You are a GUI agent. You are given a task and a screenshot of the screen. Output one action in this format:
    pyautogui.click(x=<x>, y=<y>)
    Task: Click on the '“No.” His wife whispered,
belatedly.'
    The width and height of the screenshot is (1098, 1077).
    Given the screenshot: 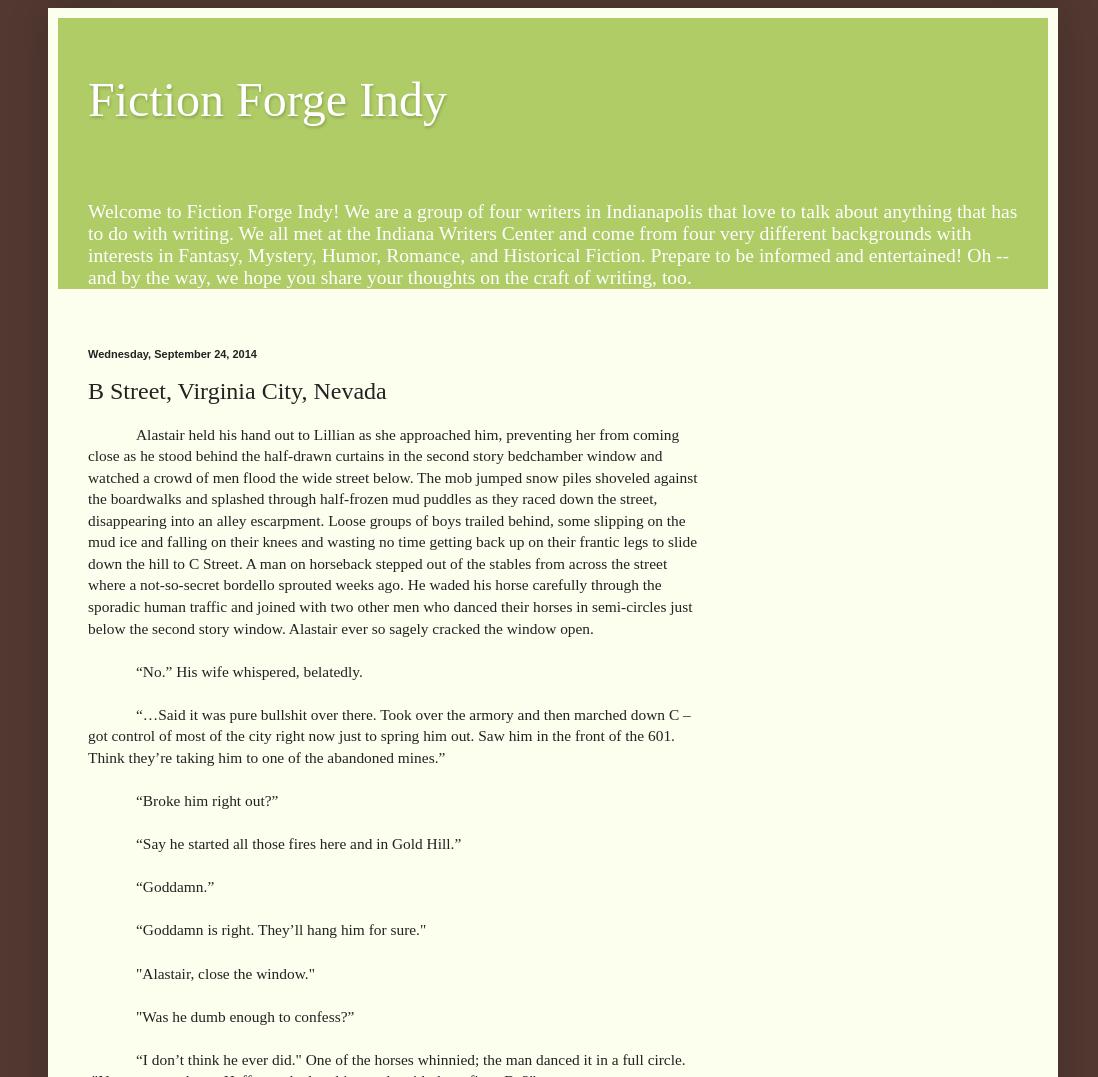 What is the action you would take?
    pyautogui.click(x=248, y=669)
    